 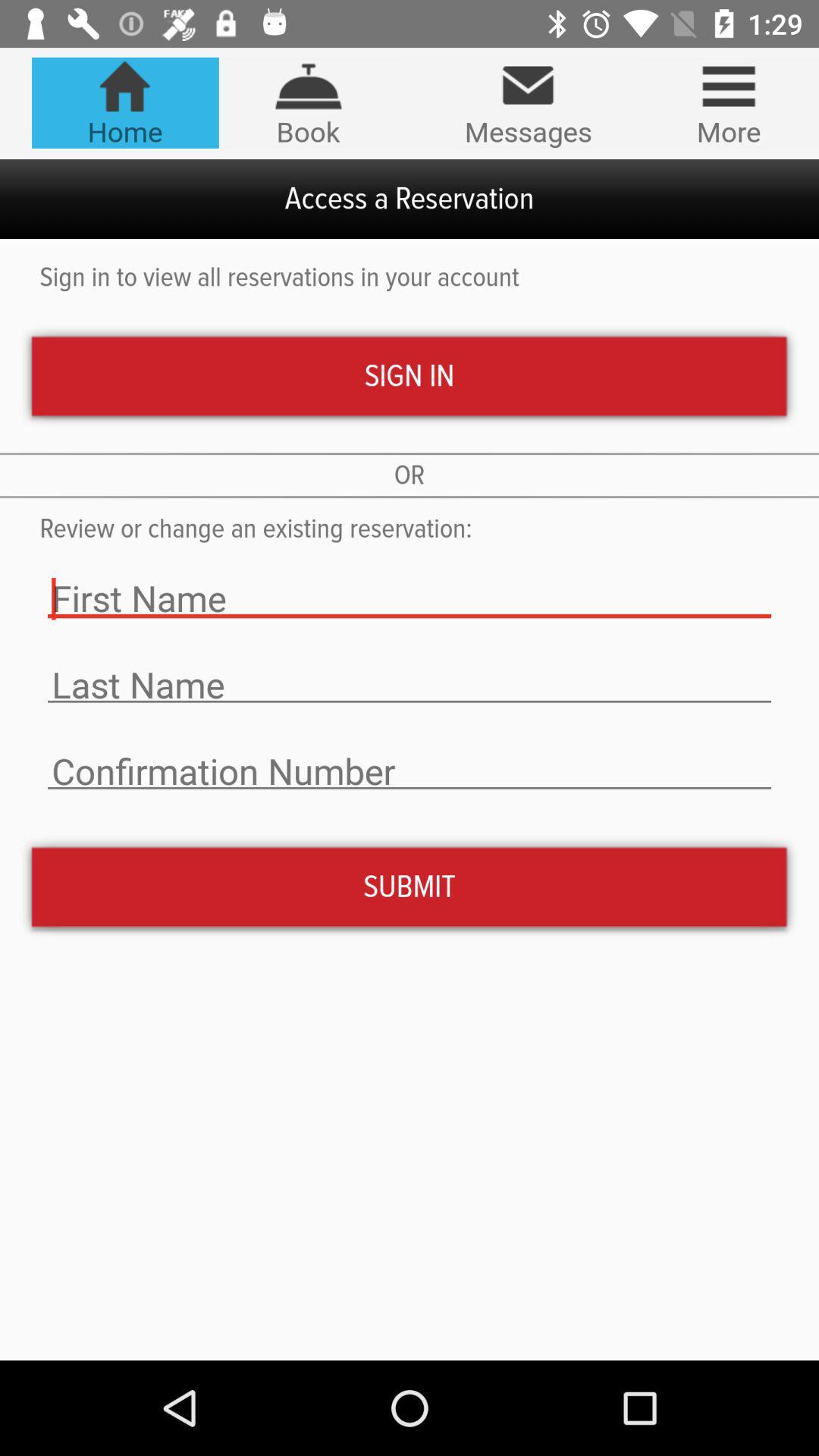 I want to click on more with its icon above, so click(x=728, y=102).